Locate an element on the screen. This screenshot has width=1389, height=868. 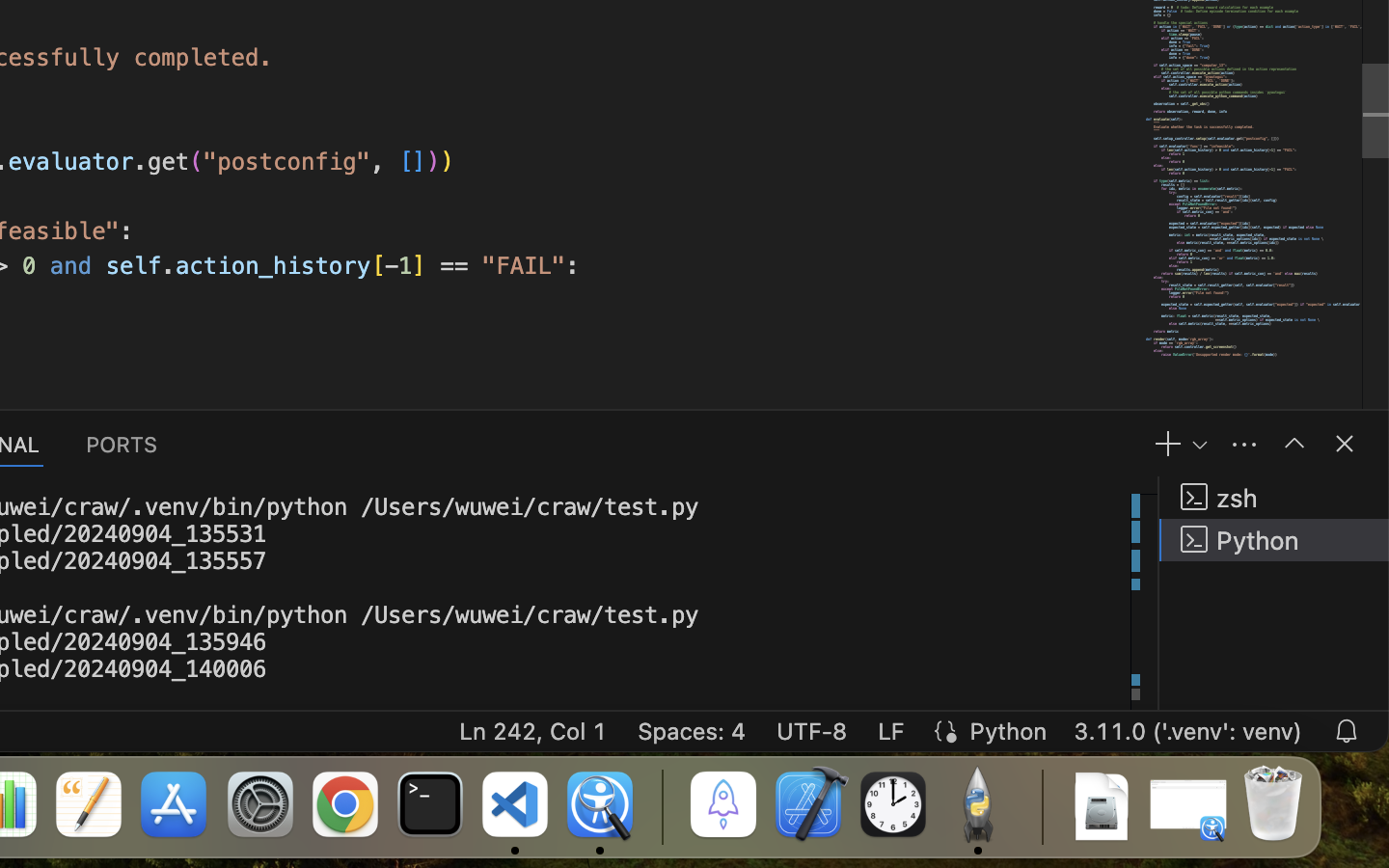
'' is located at coordinates (1345, 442).